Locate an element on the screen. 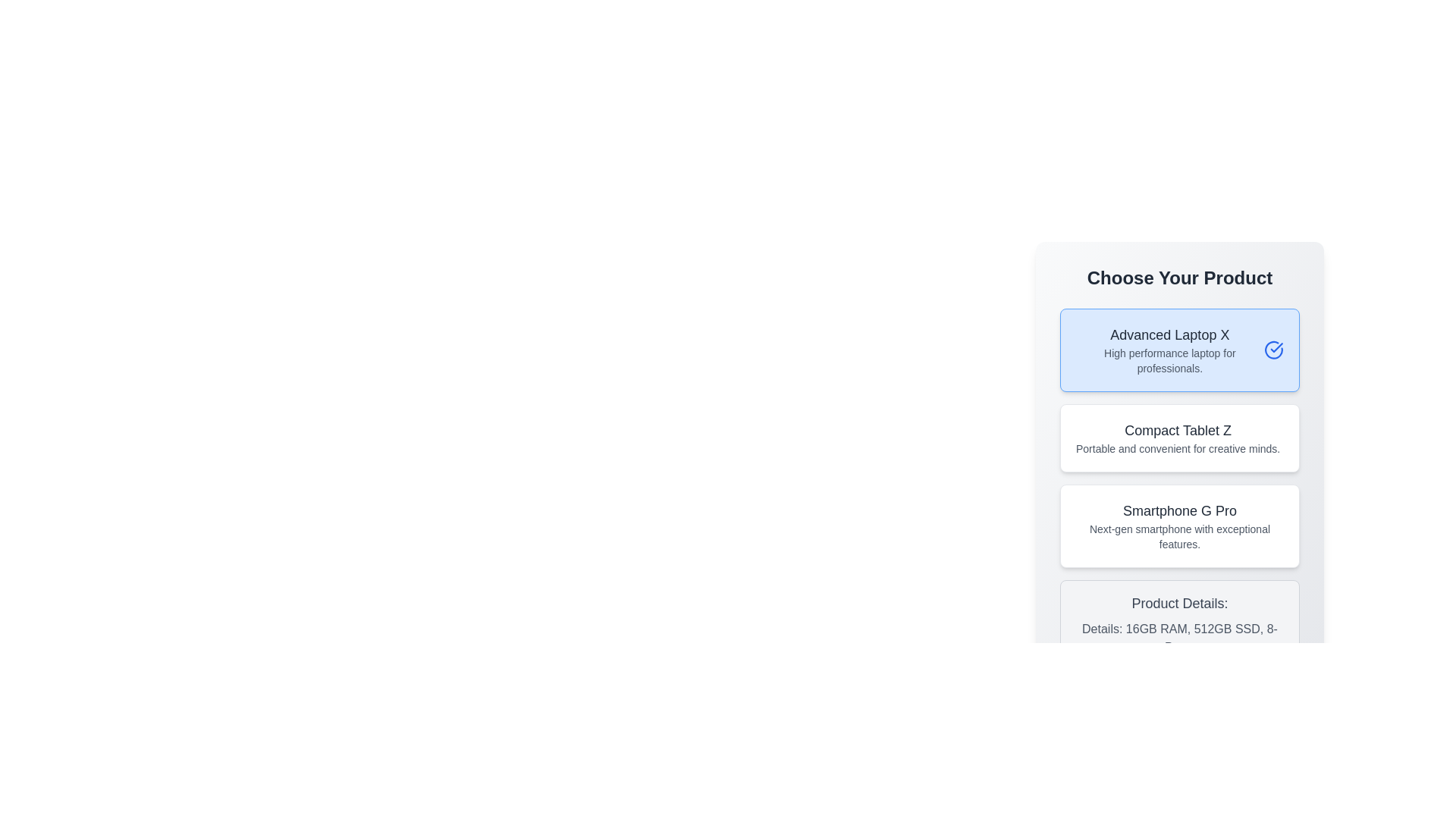  details from the text content that reads 'Details: 16GB RAM, 512GB SSD, 8-core Processor.' located below the heading 'Product Details:' in a medium-gray font against a light gray background is located at coordinates (1178, 638).